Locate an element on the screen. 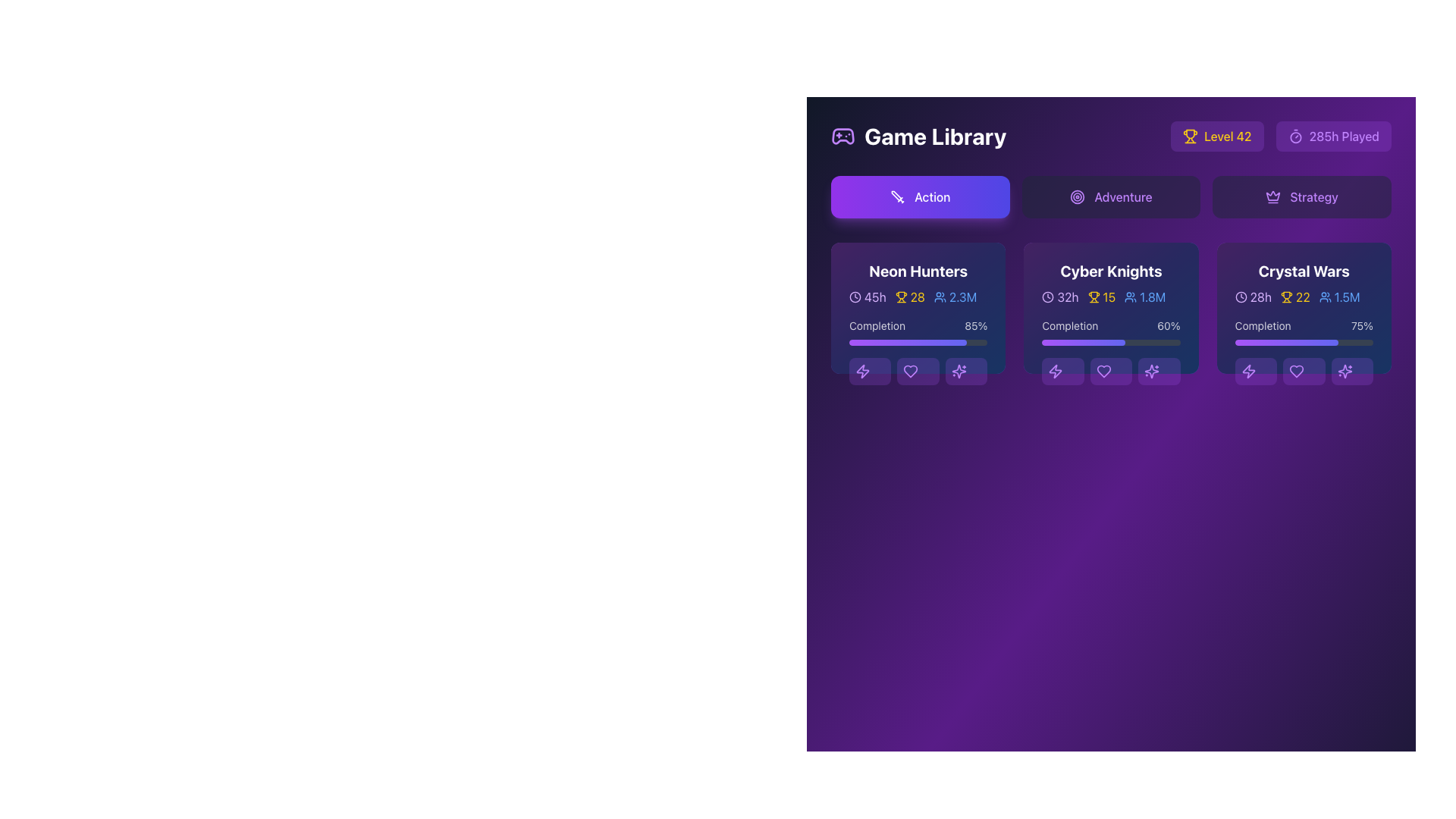 The image size is (1456, 819). the sparkle-designed icon located in the bottom row of the 'Neon Hunters' game card, which is the rightmost button next to the heart-shaped icon is located at coordinates (958, 371).